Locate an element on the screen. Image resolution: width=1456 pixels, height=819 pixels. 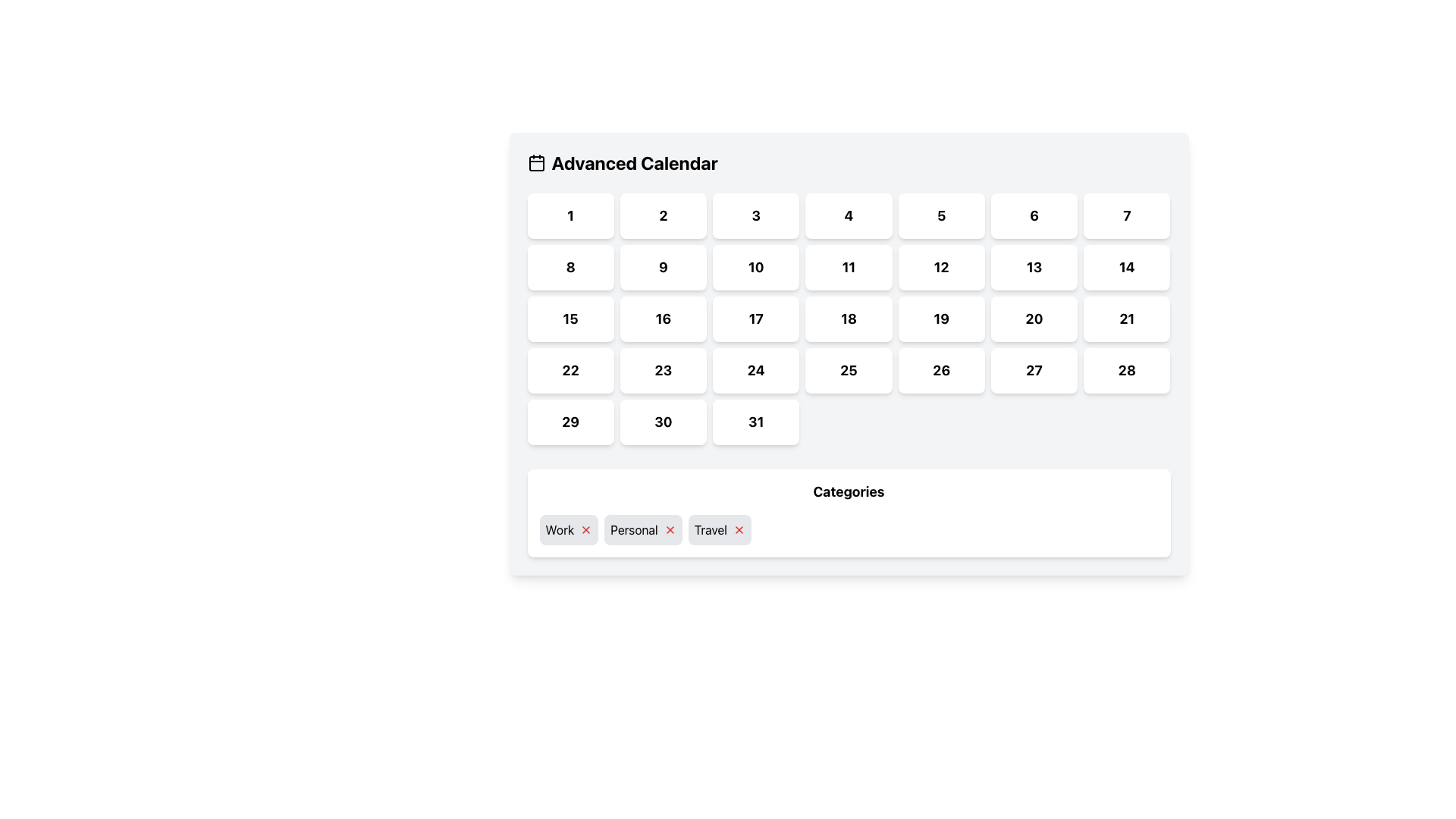
the central rectangle of the calendar-shaped icon, which visually indicates the main section of the calendar and is positioned to the left of the 'Advanced Calendar' text is located at coordinates (536, 164).